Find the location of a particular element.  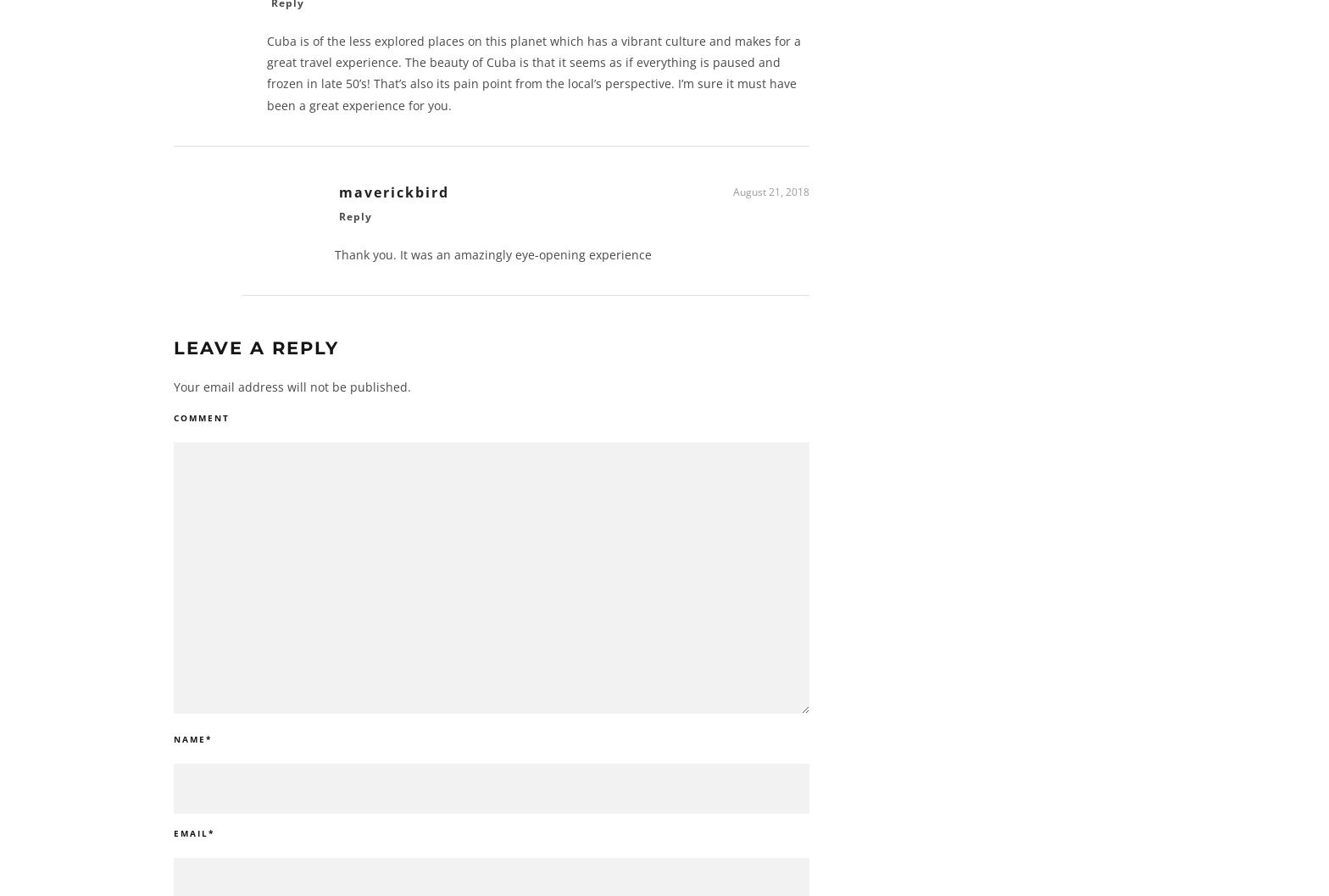

'maverickbird' is located at coordinates (338, 198).